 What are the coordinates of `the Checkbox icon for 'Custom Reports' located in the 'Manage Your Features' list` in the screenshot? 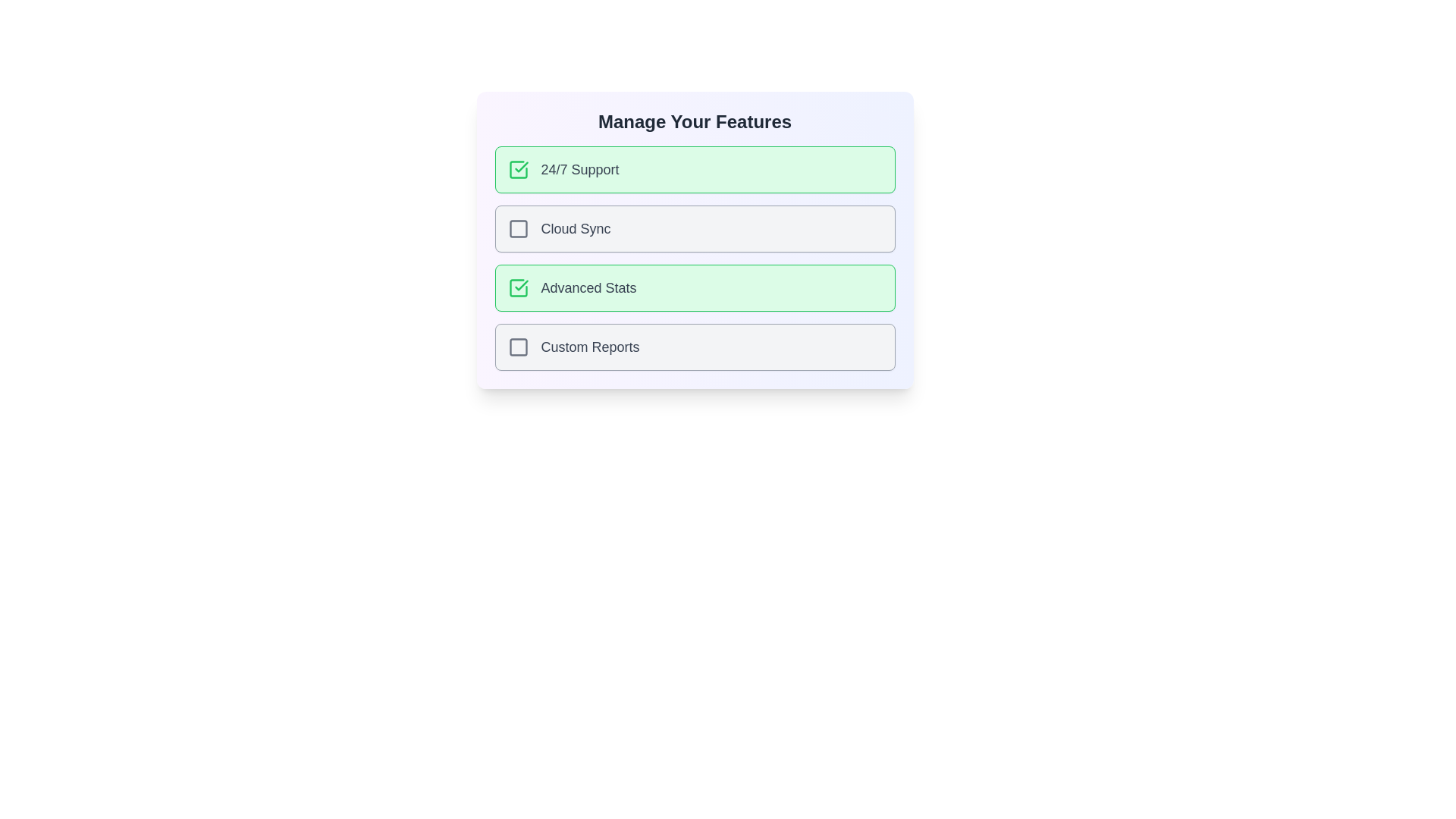 It's located at (518, 347).